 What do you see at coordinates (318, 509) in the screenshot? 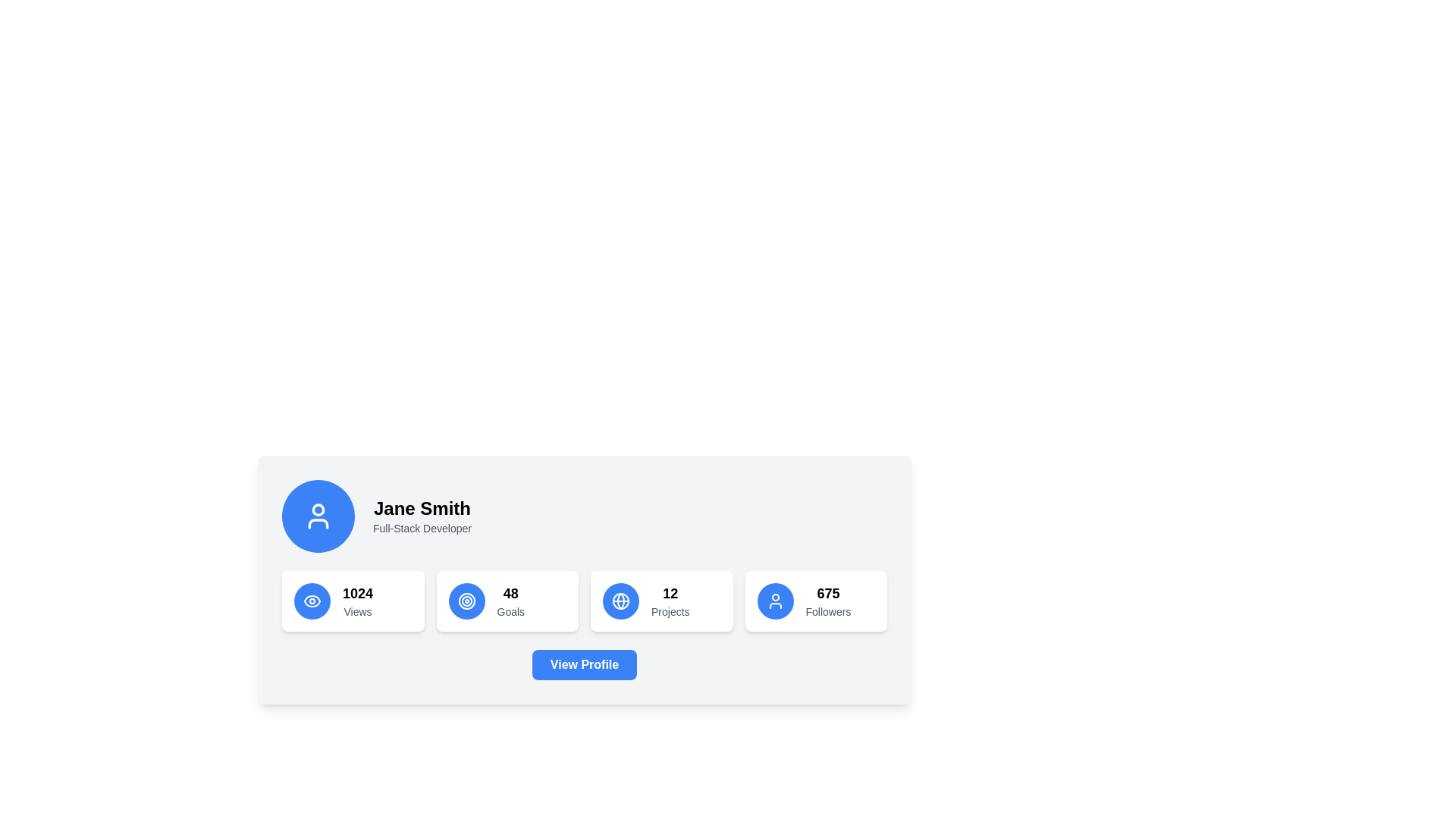
I see `the graphical SVG circle element representing the user profile icon located in the top left corner of the card` at bounding box center [318, 509].